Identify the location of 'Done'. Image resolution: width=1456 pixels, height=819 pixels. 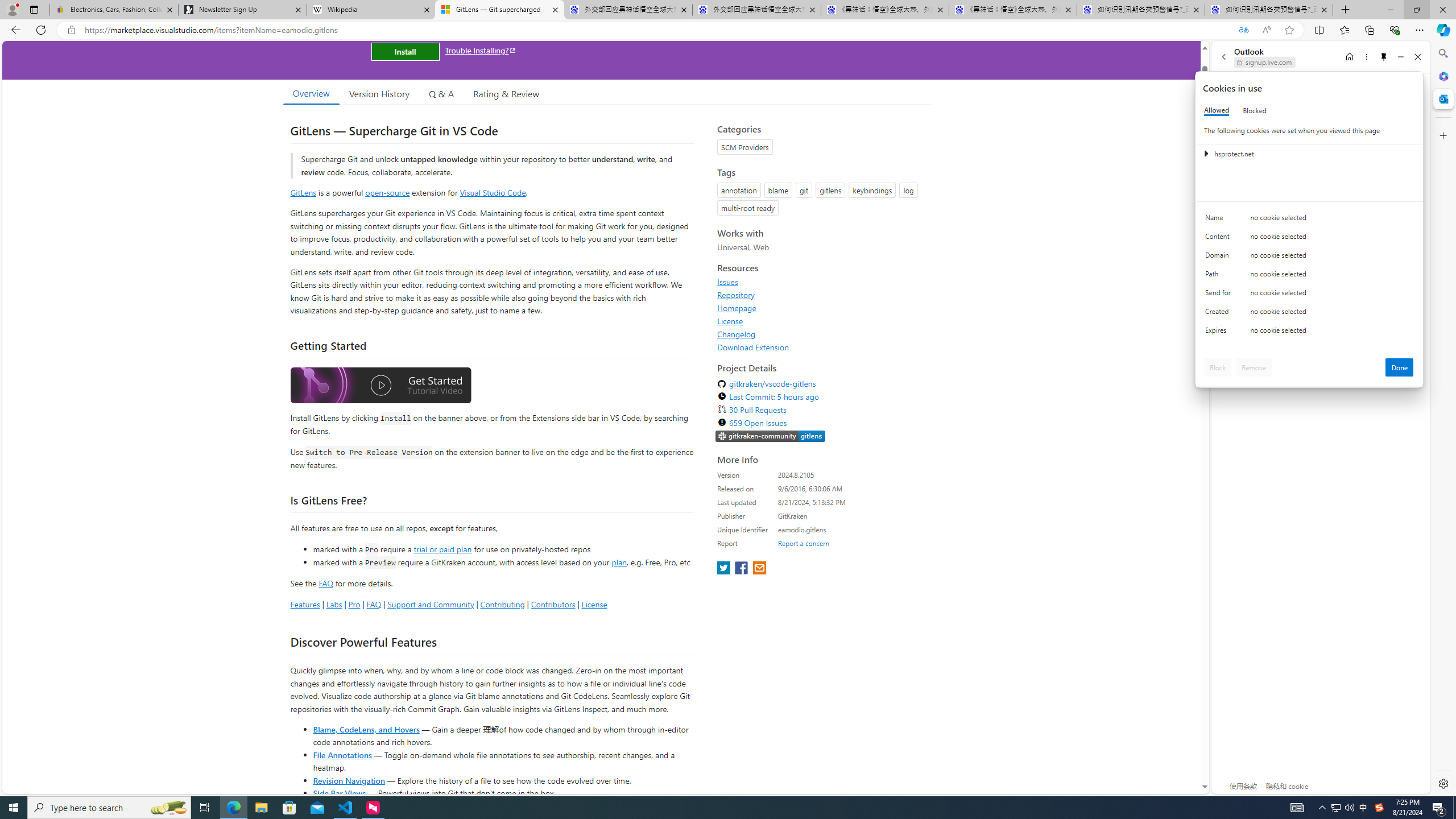
(1400, 367).